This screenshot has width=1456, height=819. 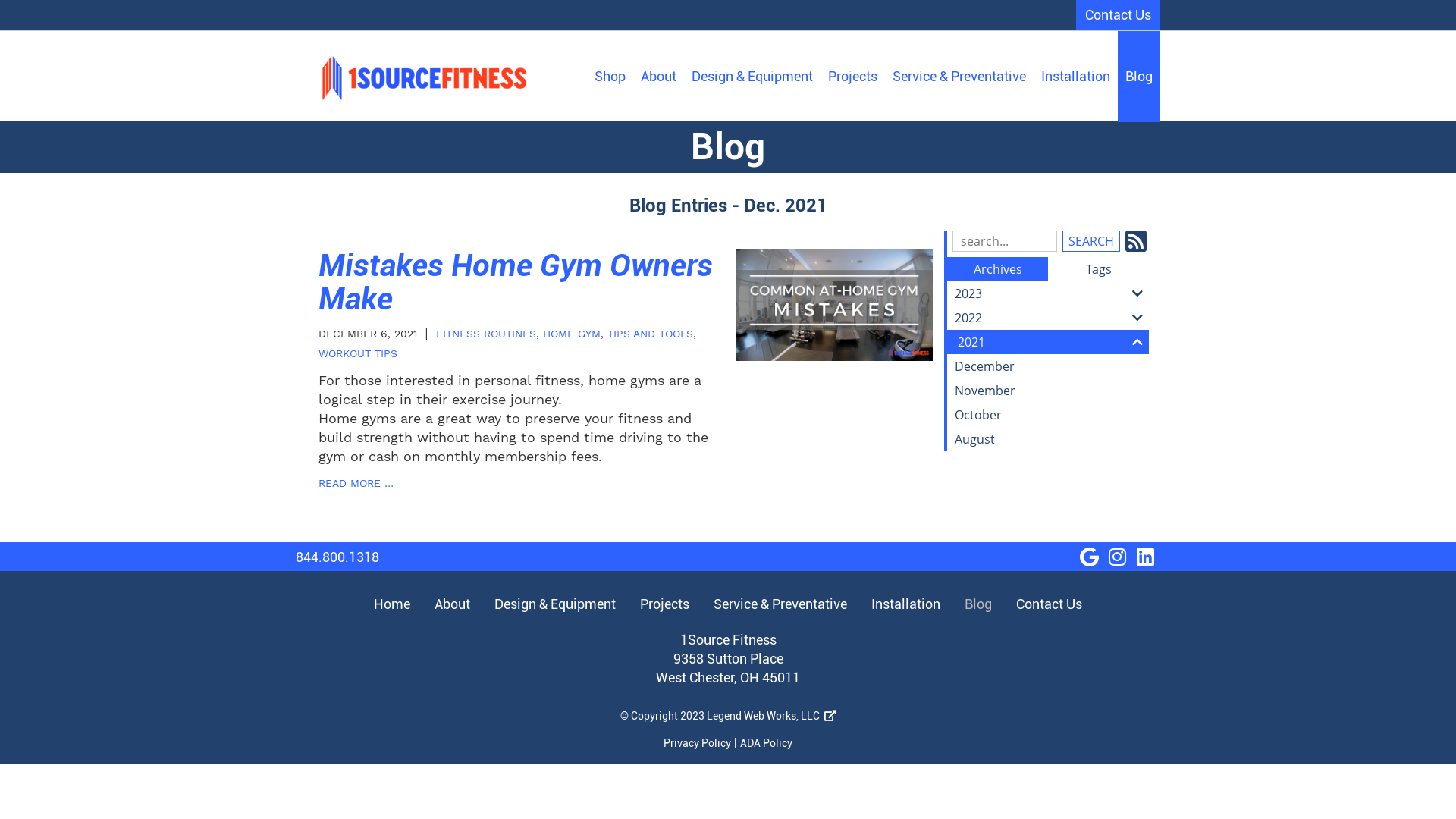 What do you see at coordinates (766, 742) in the screenshot?
I see `'ADA Policy'` at bounding box center [766, 742].